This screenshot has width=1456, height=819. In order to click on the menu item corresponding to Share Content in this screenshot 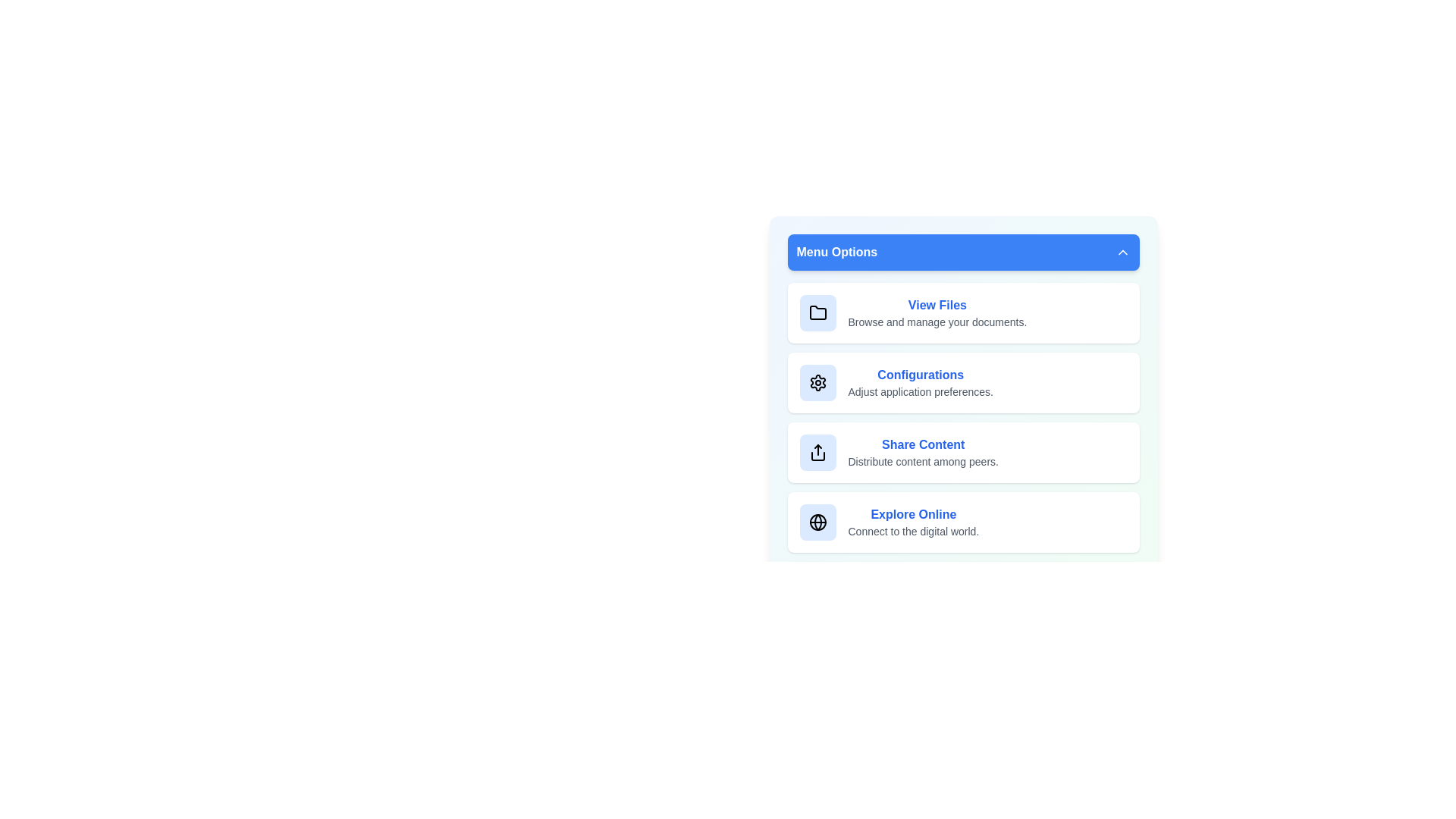, I will do `click(962, 452)`.